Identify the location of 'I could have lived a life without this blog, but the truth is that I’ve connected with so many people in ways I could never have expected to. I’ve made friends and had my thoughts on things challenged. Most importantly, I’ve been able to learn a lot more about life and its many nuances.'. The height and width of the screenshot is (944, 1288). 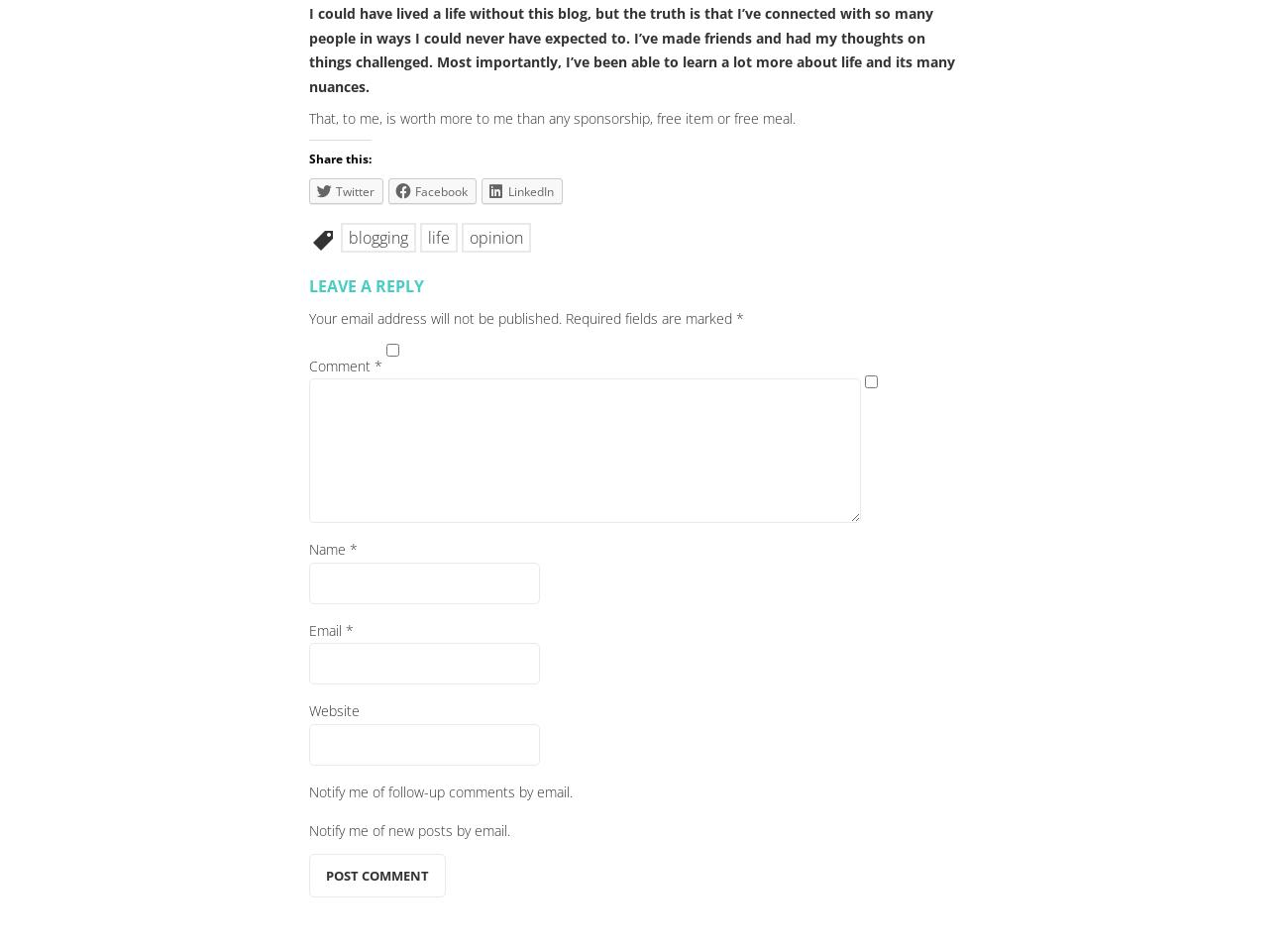
(632, 49).